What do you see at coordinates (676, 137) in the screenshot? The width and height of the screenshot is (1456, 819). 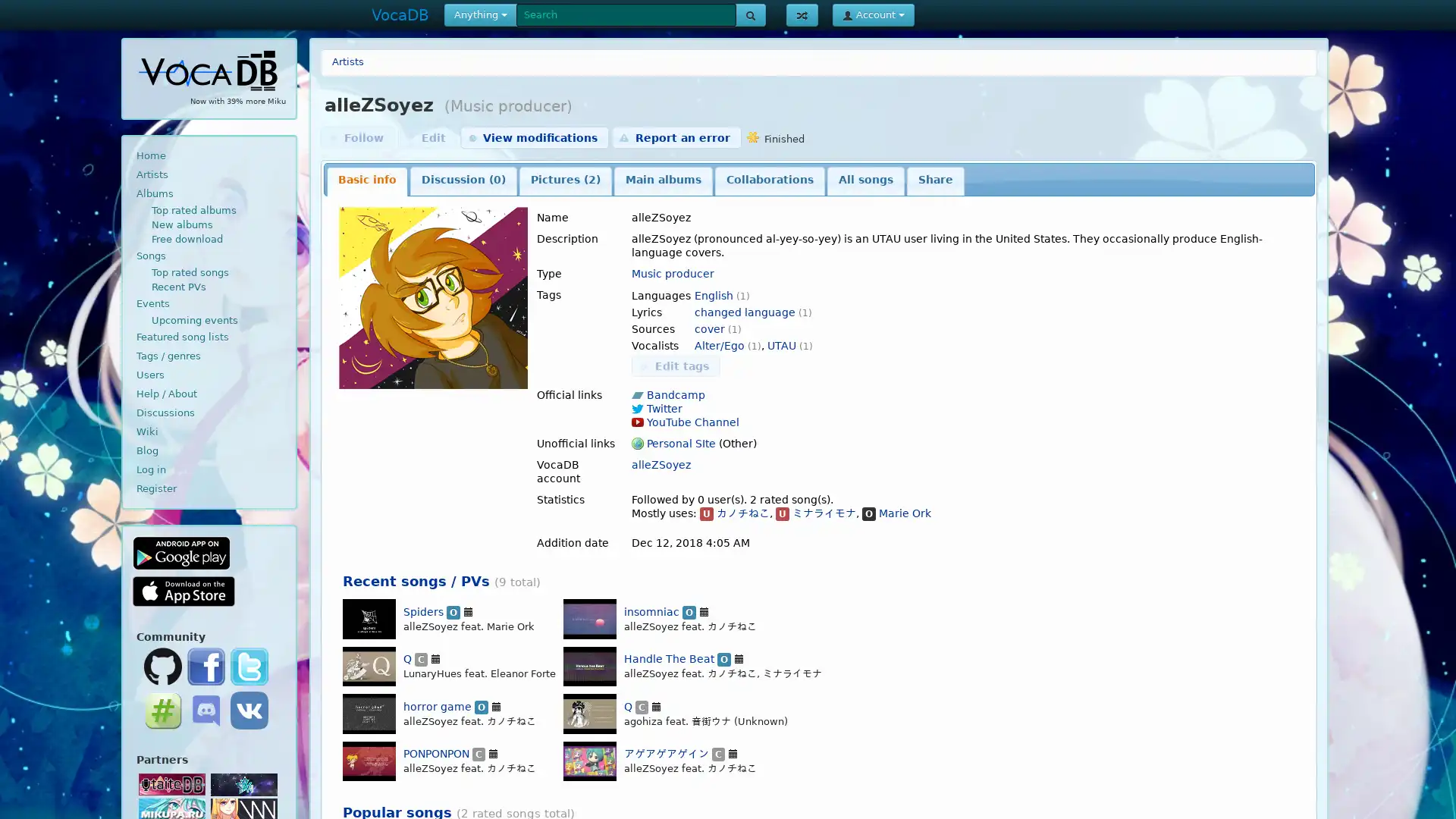 I see `Report an error` at bounding box center [676, 137].